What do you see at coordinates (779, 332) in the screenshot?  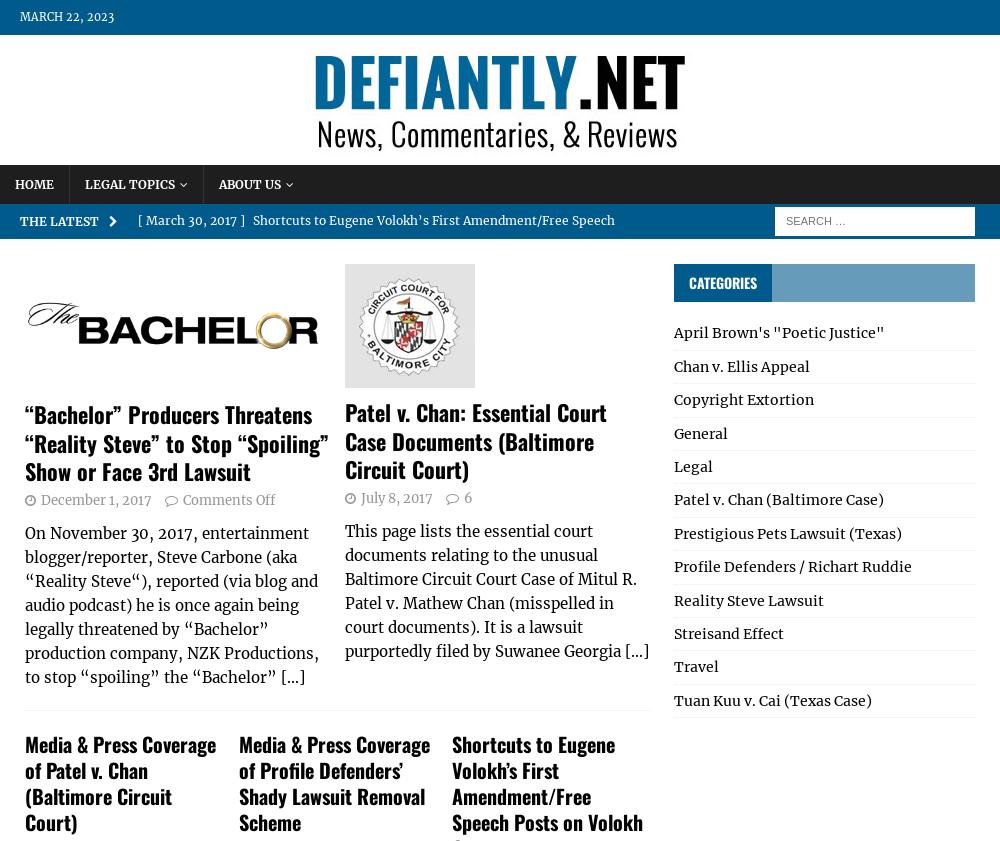 I see `'April Brown's "Poetic Justice"'` at bounding box center [779, 332].